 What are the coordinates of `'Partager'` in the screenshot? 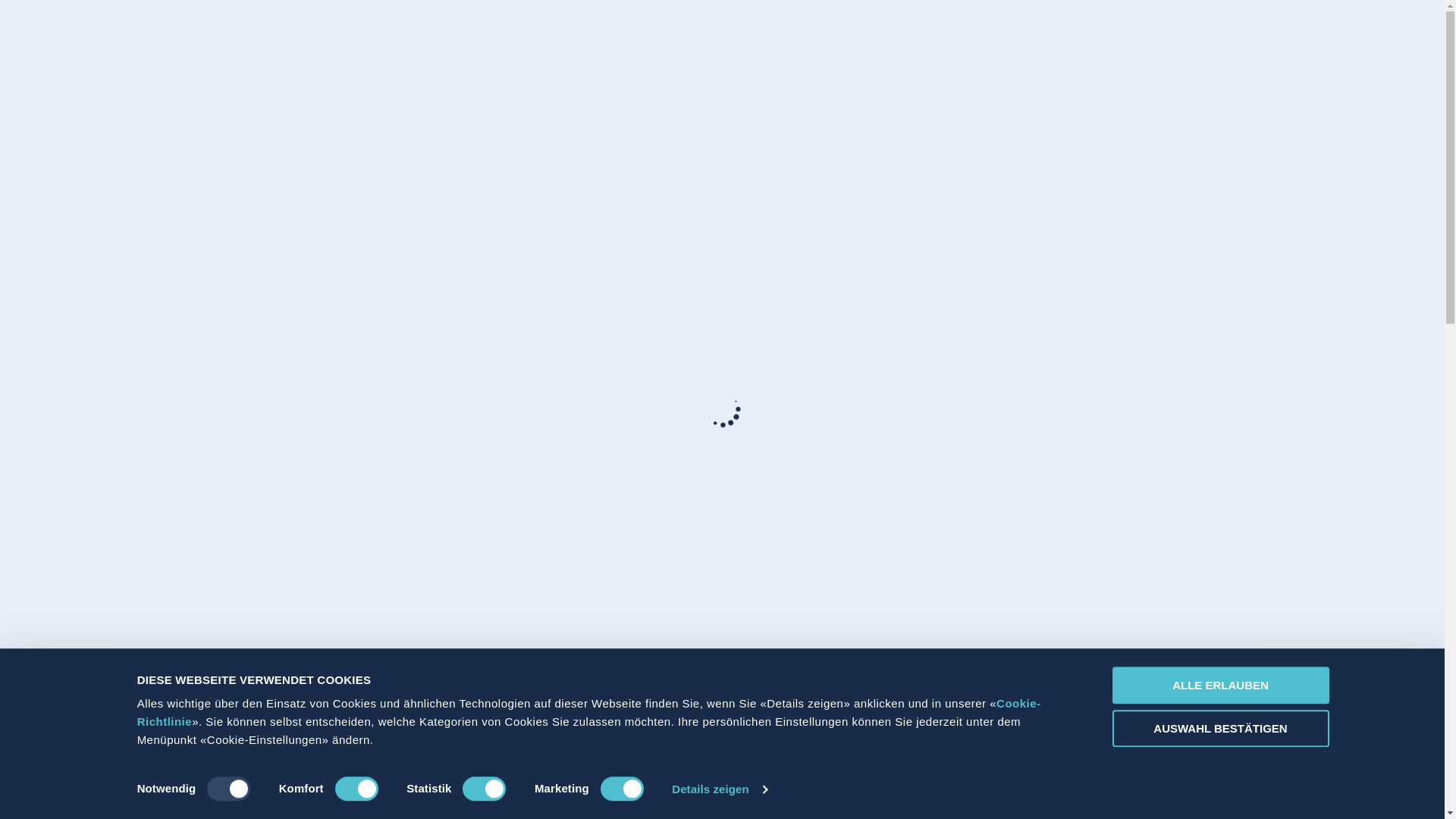 It's located at (1172, 37).